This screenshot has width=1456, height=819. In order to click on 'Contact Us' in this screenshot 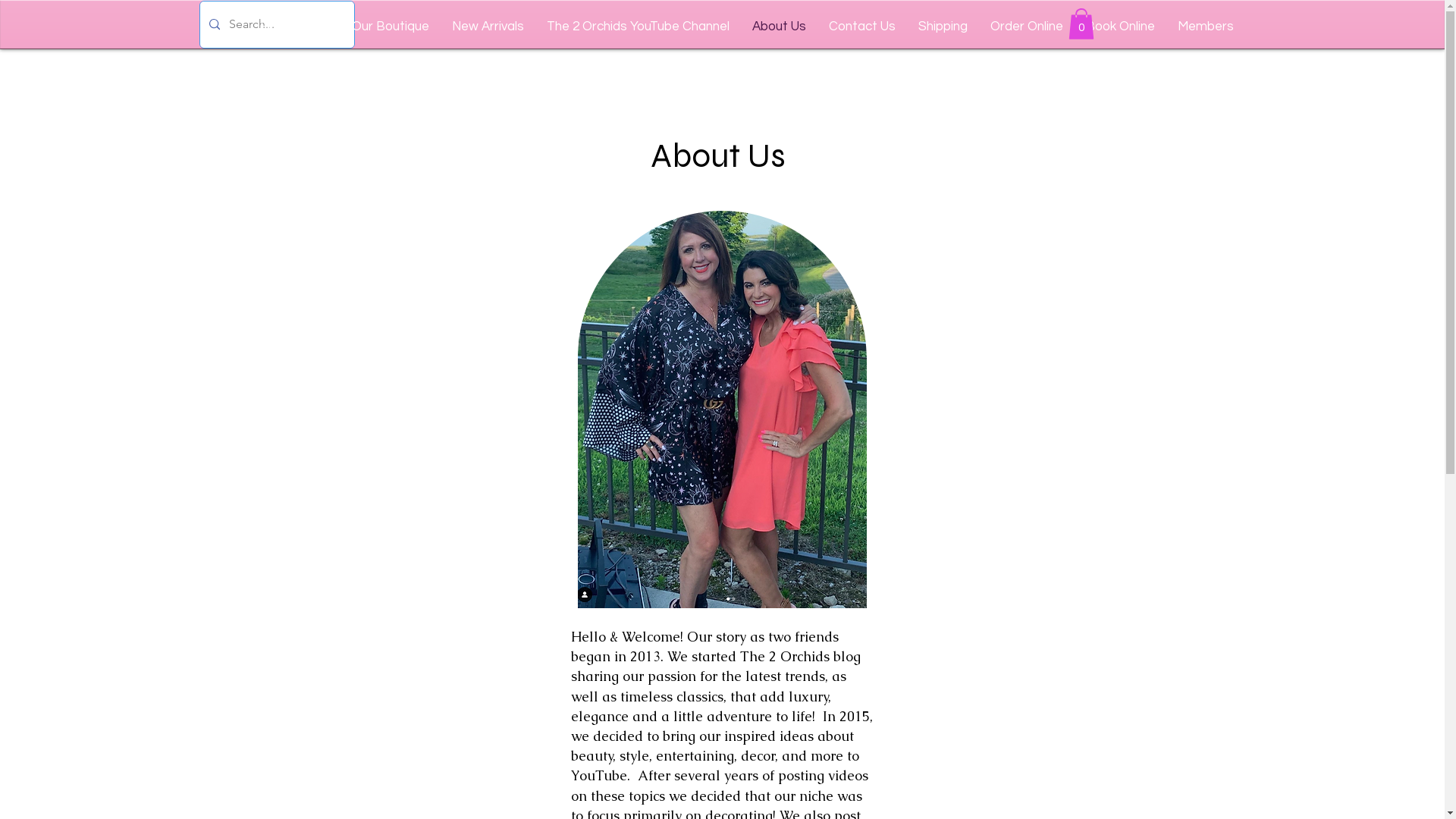, I will do `click(862, 27)`.